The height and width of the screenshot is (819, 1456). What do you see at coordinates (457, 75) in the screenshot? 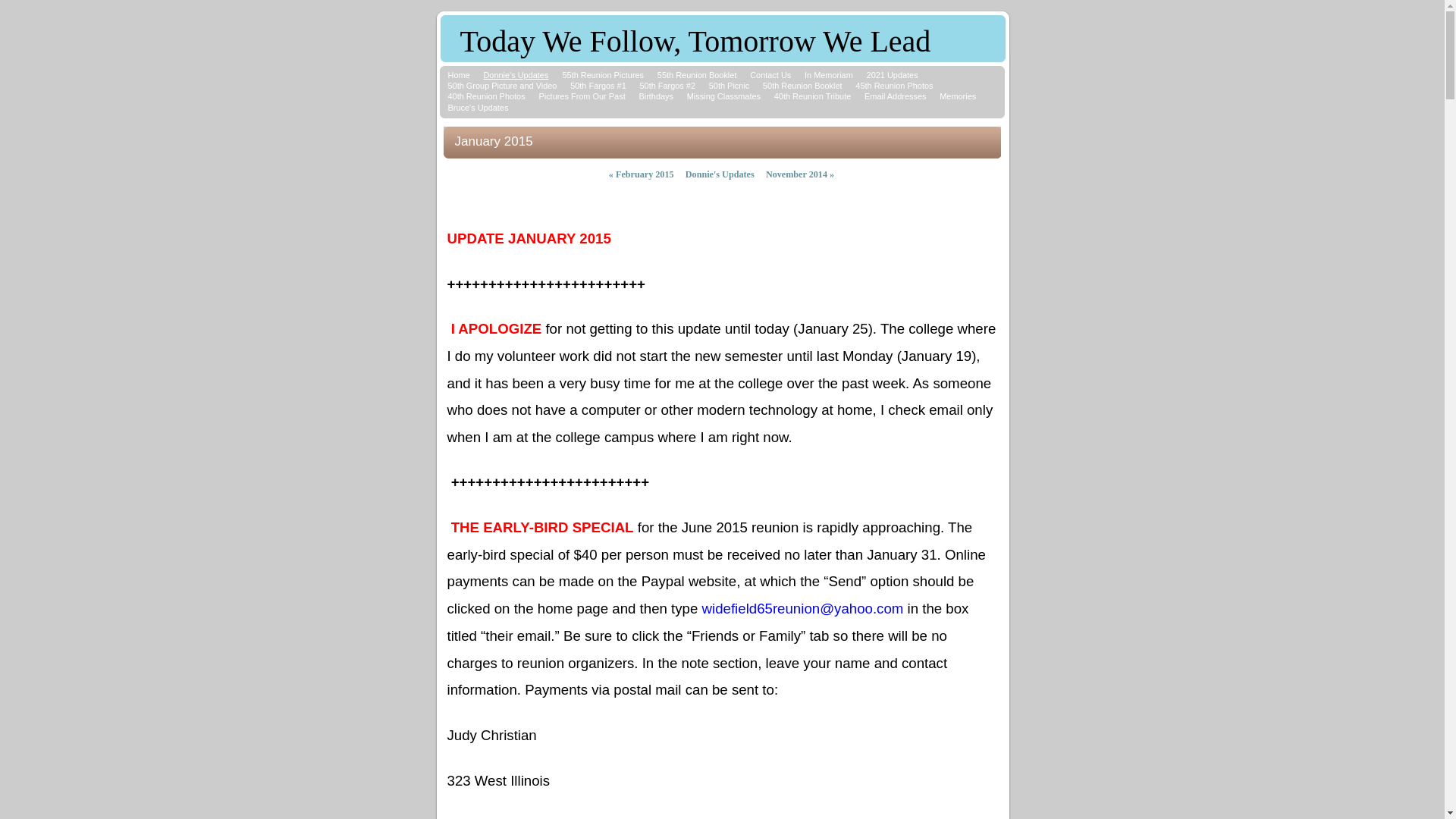
I see `'Home'` at bounding box center [457, 75].